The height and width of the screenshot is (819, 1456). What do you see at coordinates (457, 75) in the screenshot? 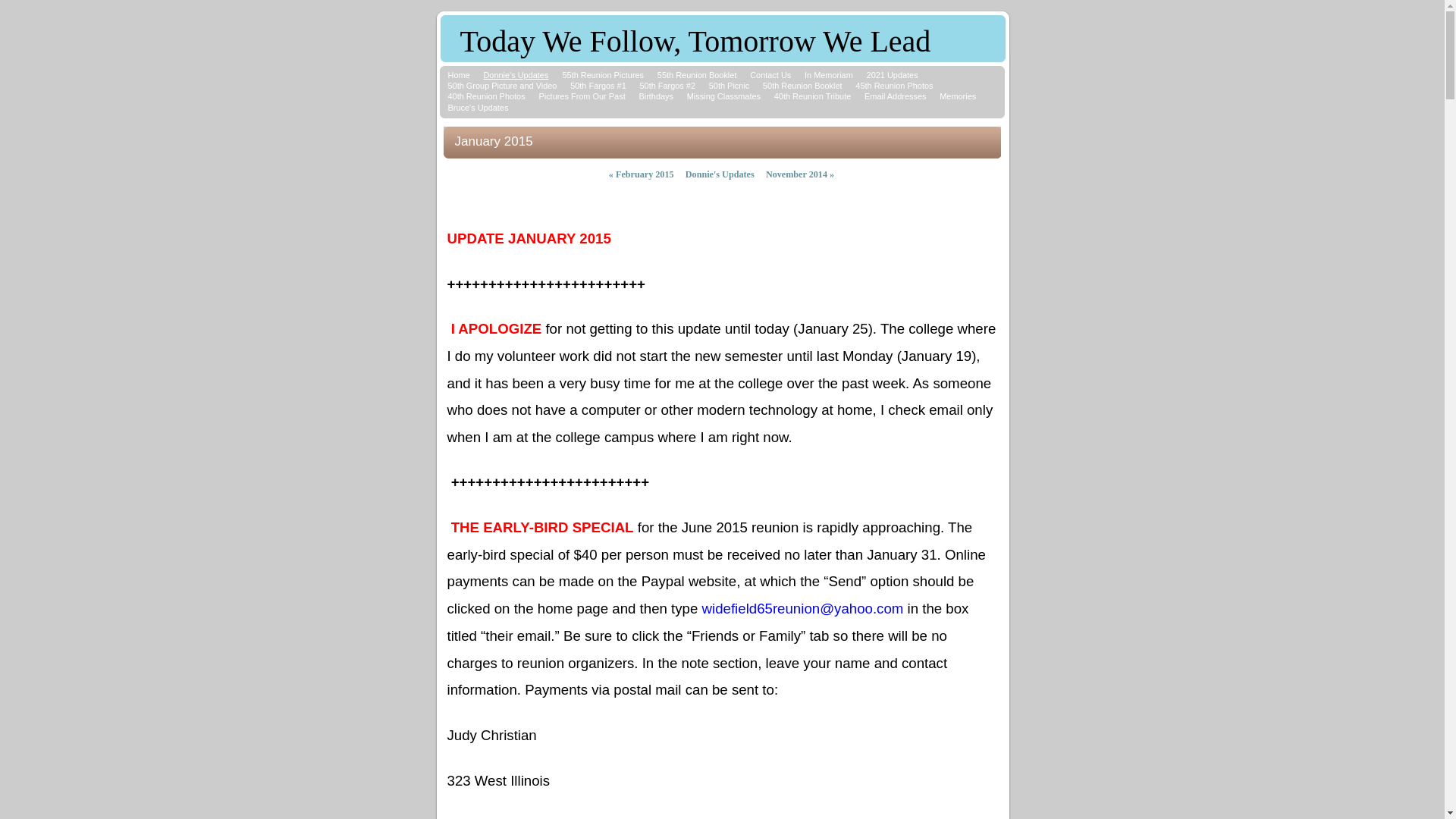
I see `'Home'` at bounding box center [457, 75].